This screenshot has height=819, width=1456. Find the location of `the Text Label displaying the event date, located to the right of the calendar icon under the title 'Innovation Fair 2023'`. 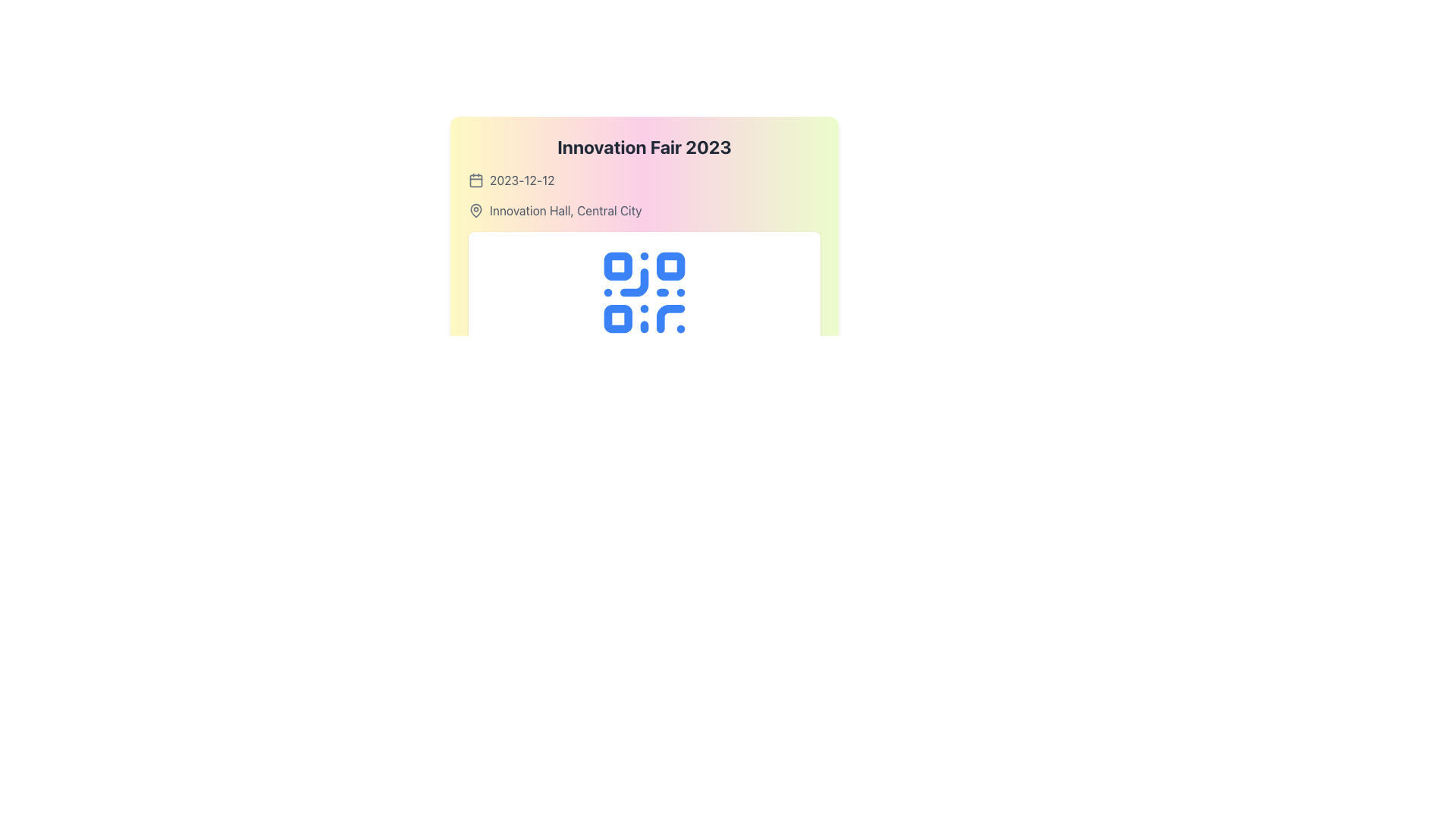

the Text Label displaying the event date, located to the right of the calendar icon under the title 'Innovation Fair 2023' is located at coordinates (522, 180).